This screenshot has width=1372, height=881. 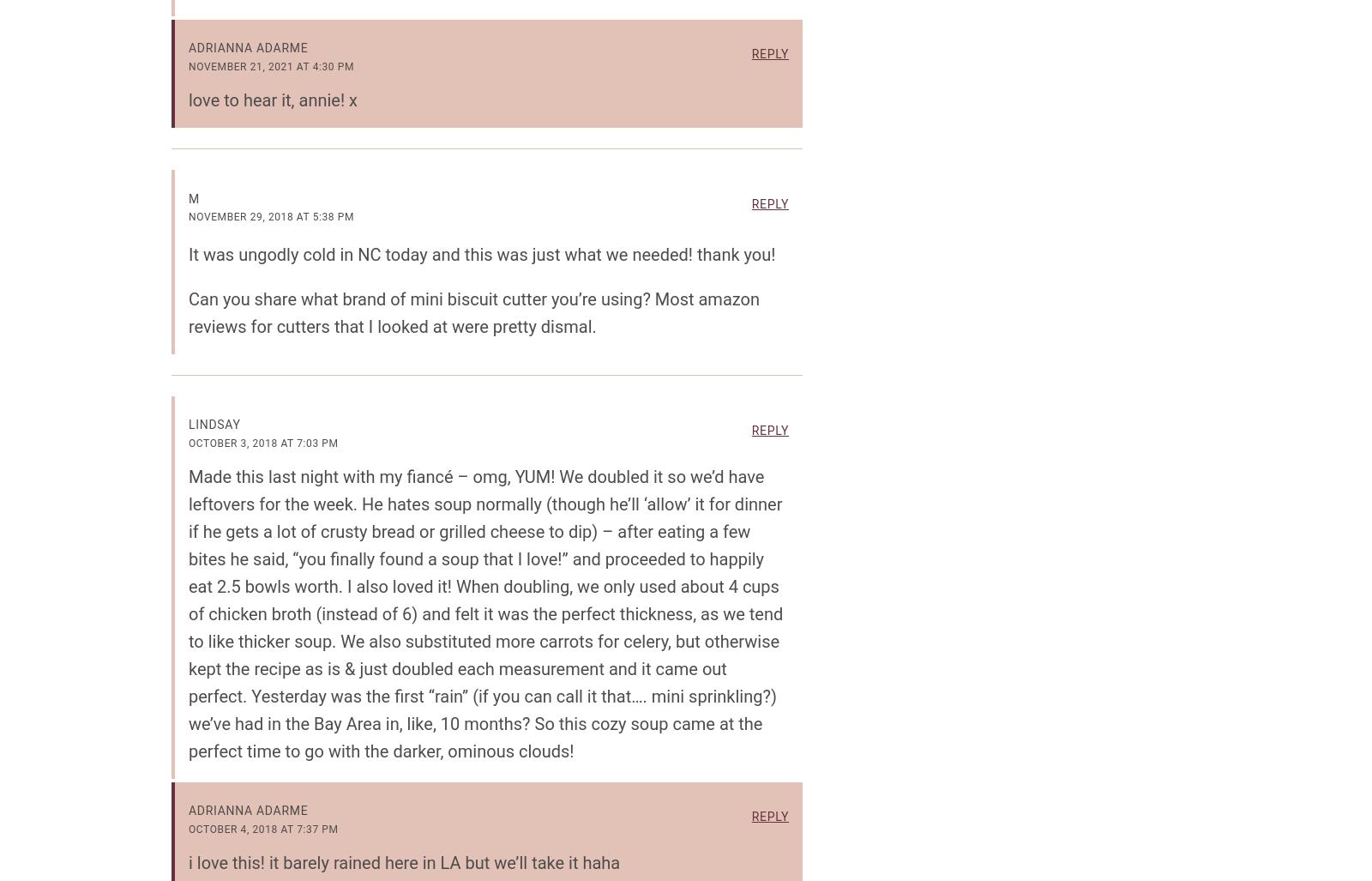 I want to click on 'Can you share what brand of mini biscuit cutter you’re using? Most amazon reviews for cutters that I looked at were pretty dismal.', so click(x=189, y=311).